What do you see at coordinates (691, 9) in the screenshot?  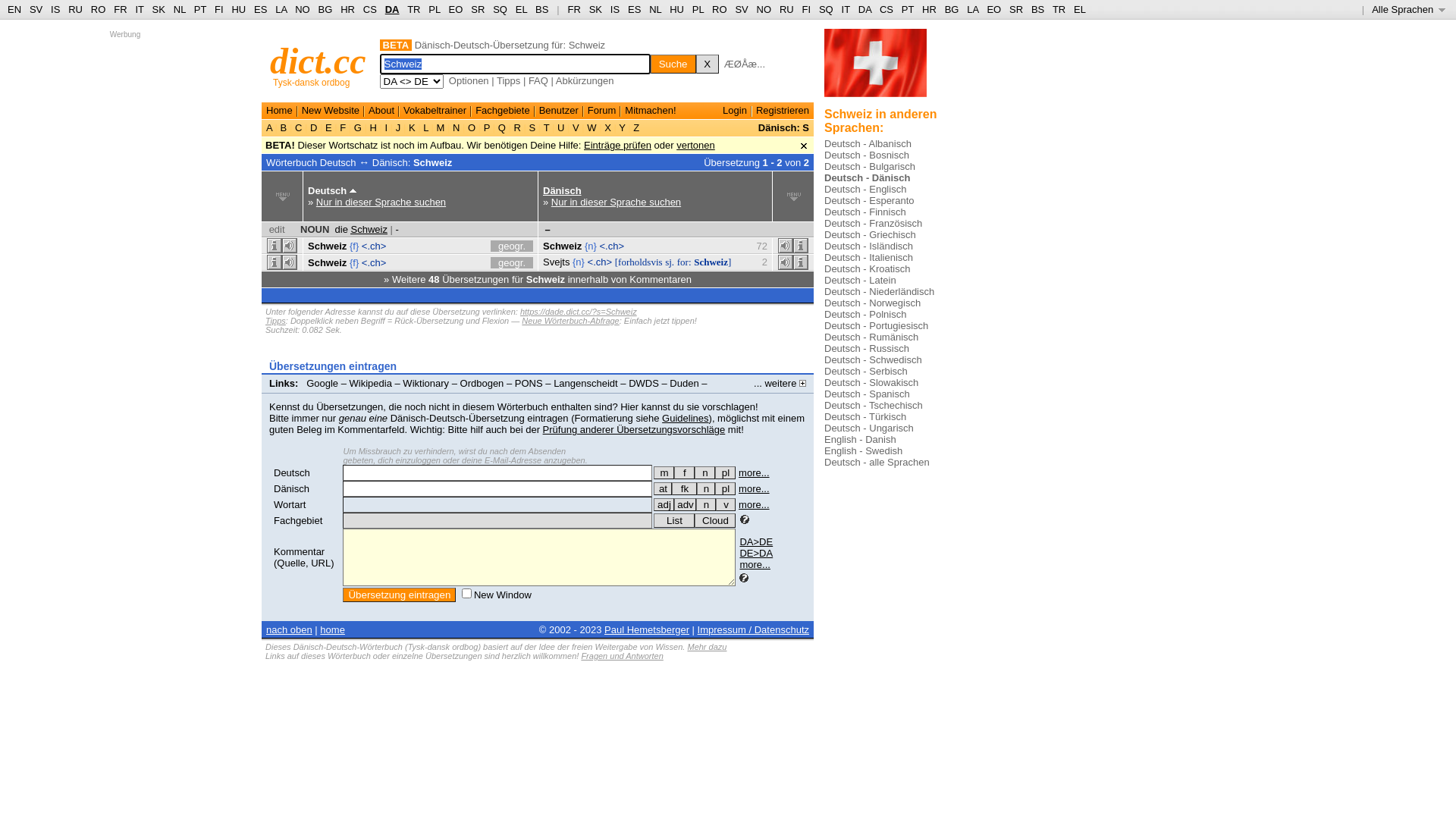 I see `'PL'` at bounding box center [691, 9].